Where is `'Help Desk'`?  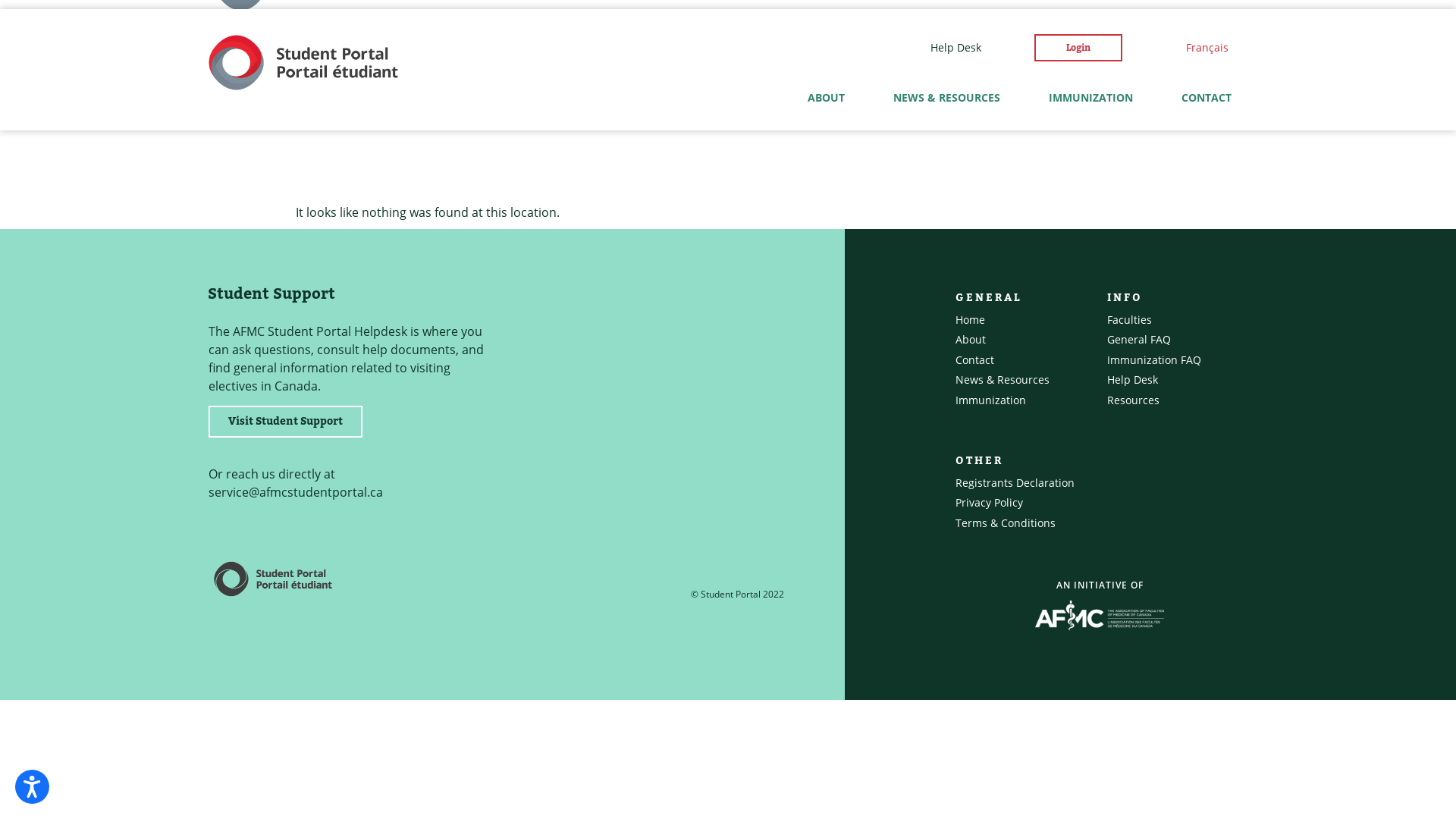 'Help Desk' is located at coordinates (1132, 378).